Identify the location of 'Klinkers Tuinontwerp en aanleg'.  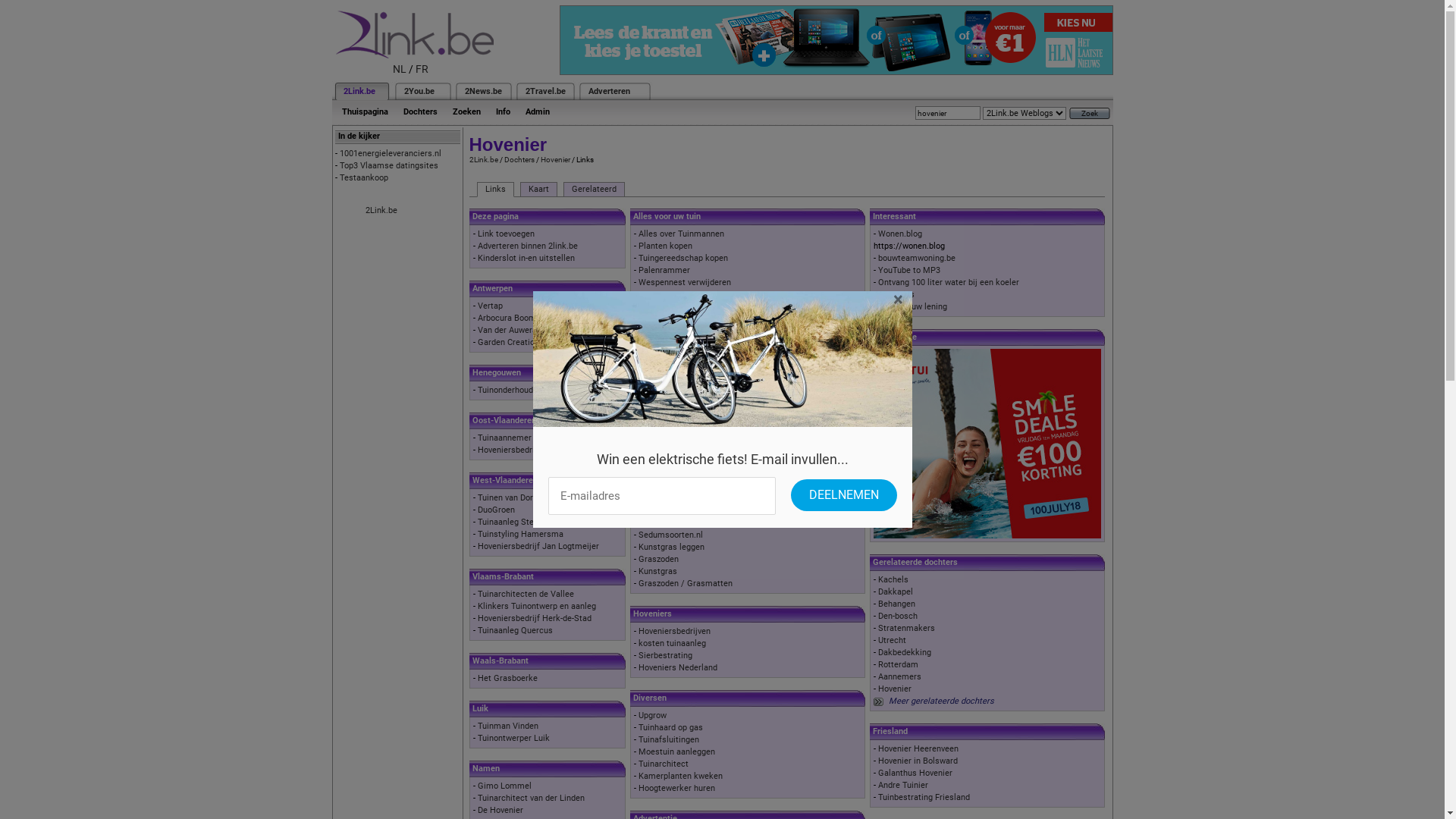
(537, 605).